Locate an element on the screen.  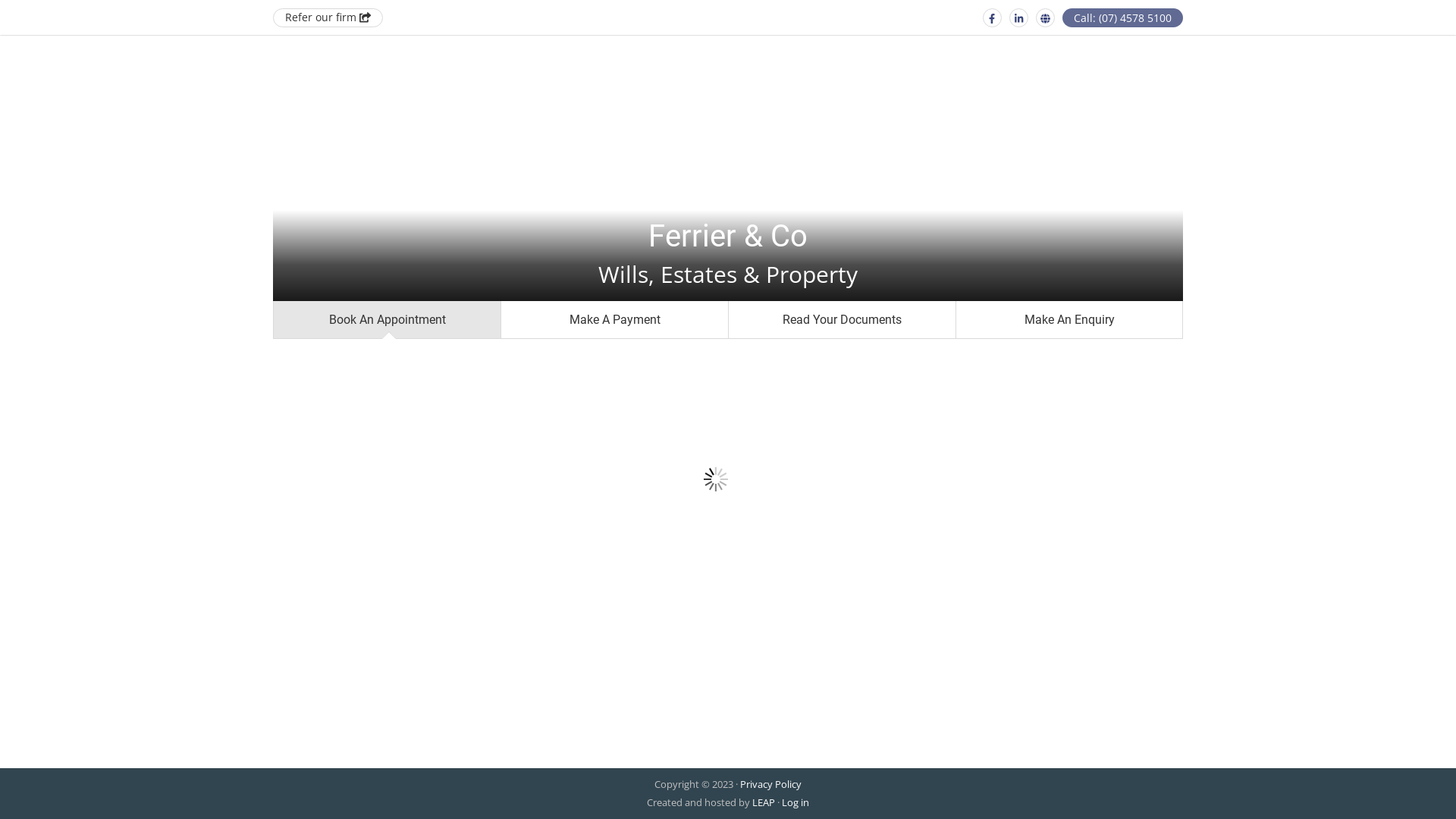
'Call: (07) 4578 5100' is located at coordinates (1122, 17).